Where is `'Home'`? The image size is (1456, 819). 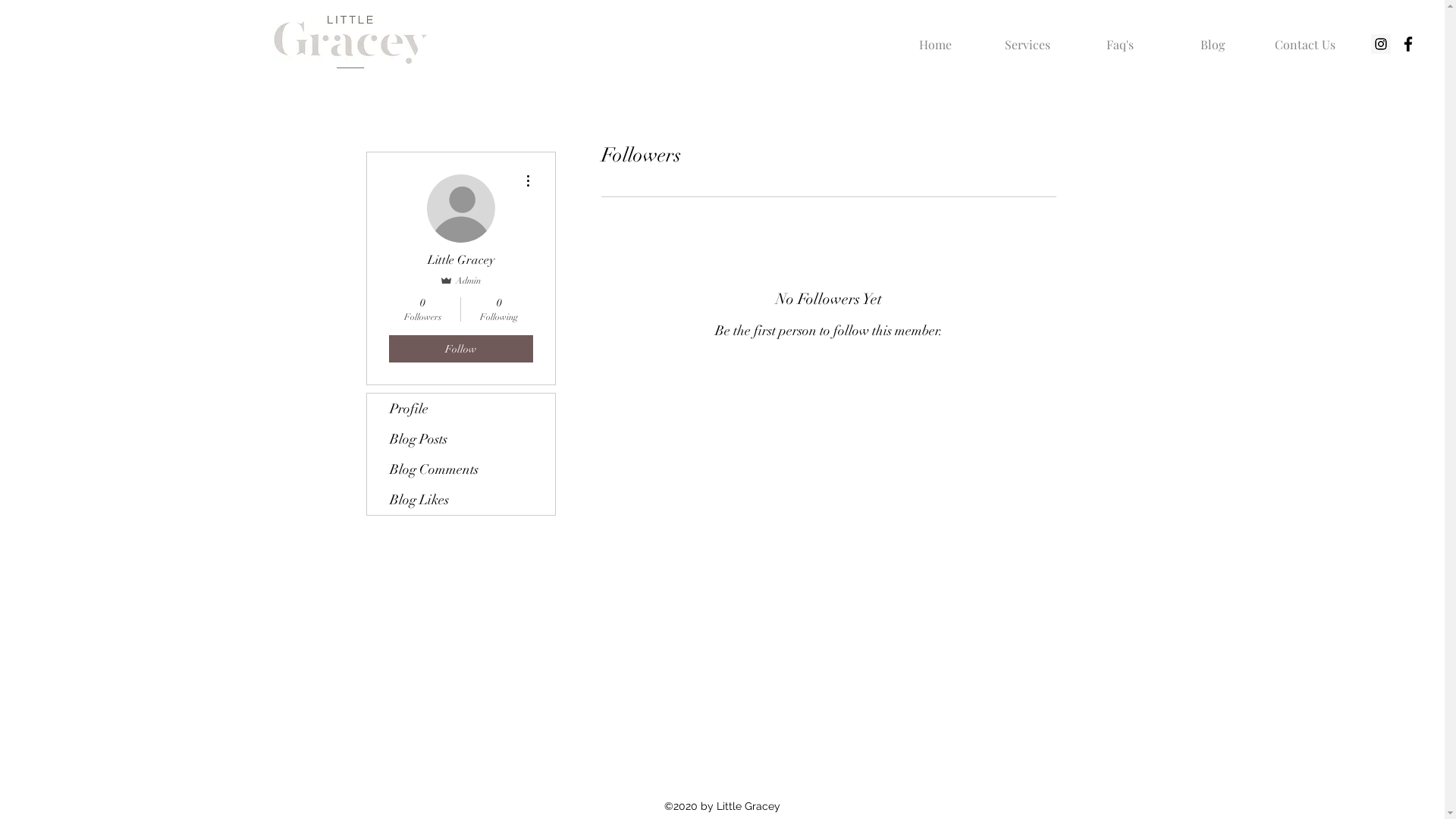
'Home' is located at coordinates (934, 37).